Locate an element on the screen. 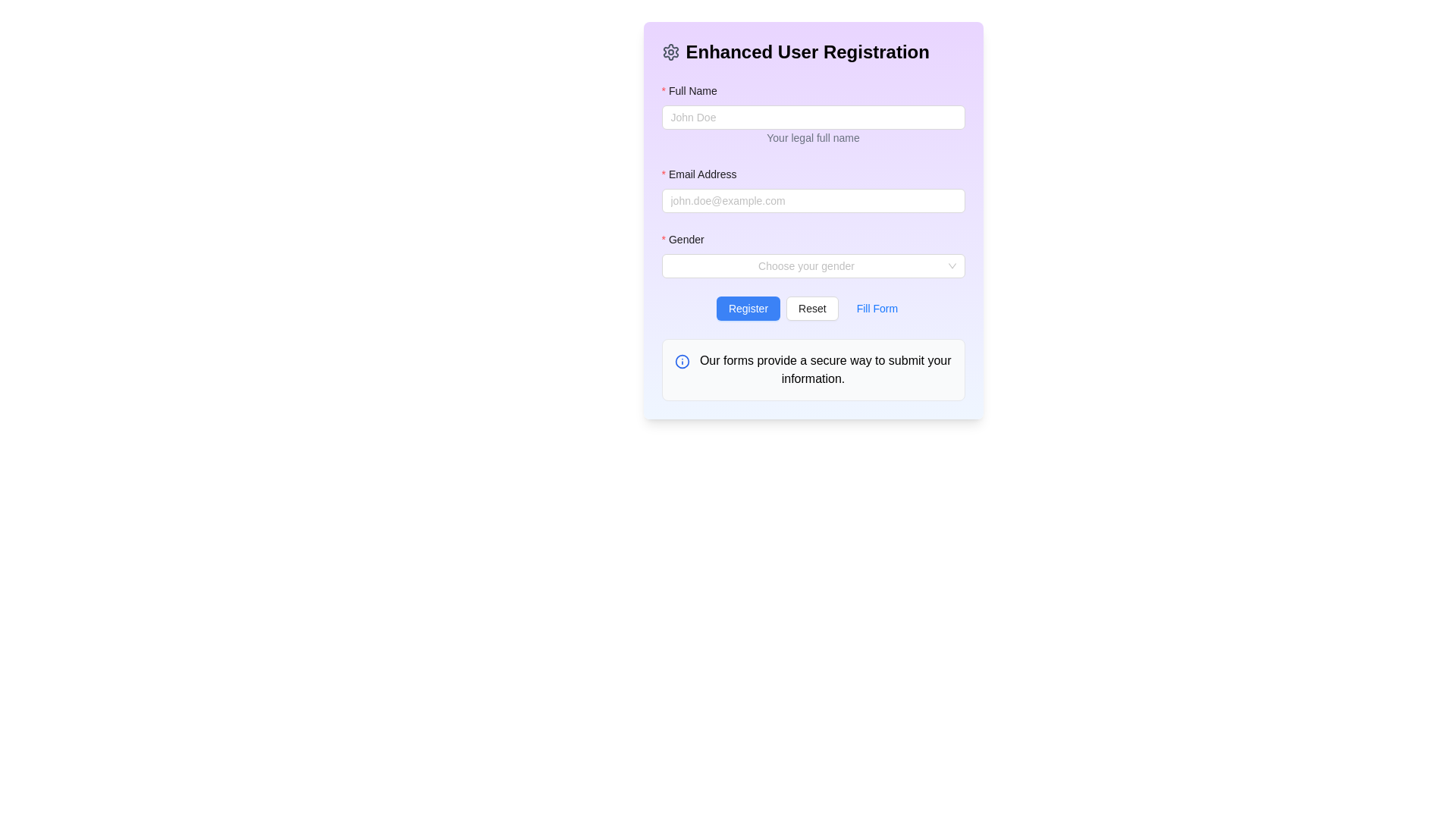 This screenshot has width=1456, height=819. the reset button located between the 'Register' and 'Fill Form' buttons is located at coordinates (812, 308).